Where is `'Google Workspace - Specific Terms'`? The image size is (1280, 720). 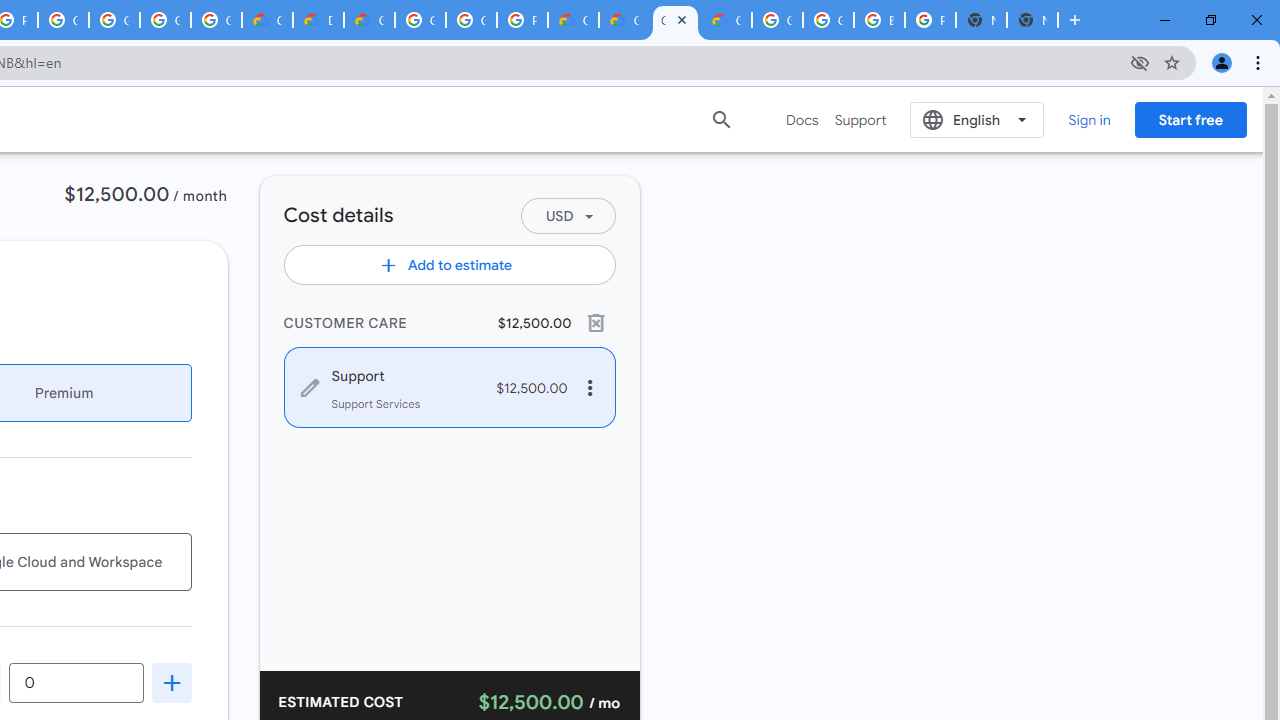 'Google Workspace - Specific Terms' is located at coordinates (216, 20).